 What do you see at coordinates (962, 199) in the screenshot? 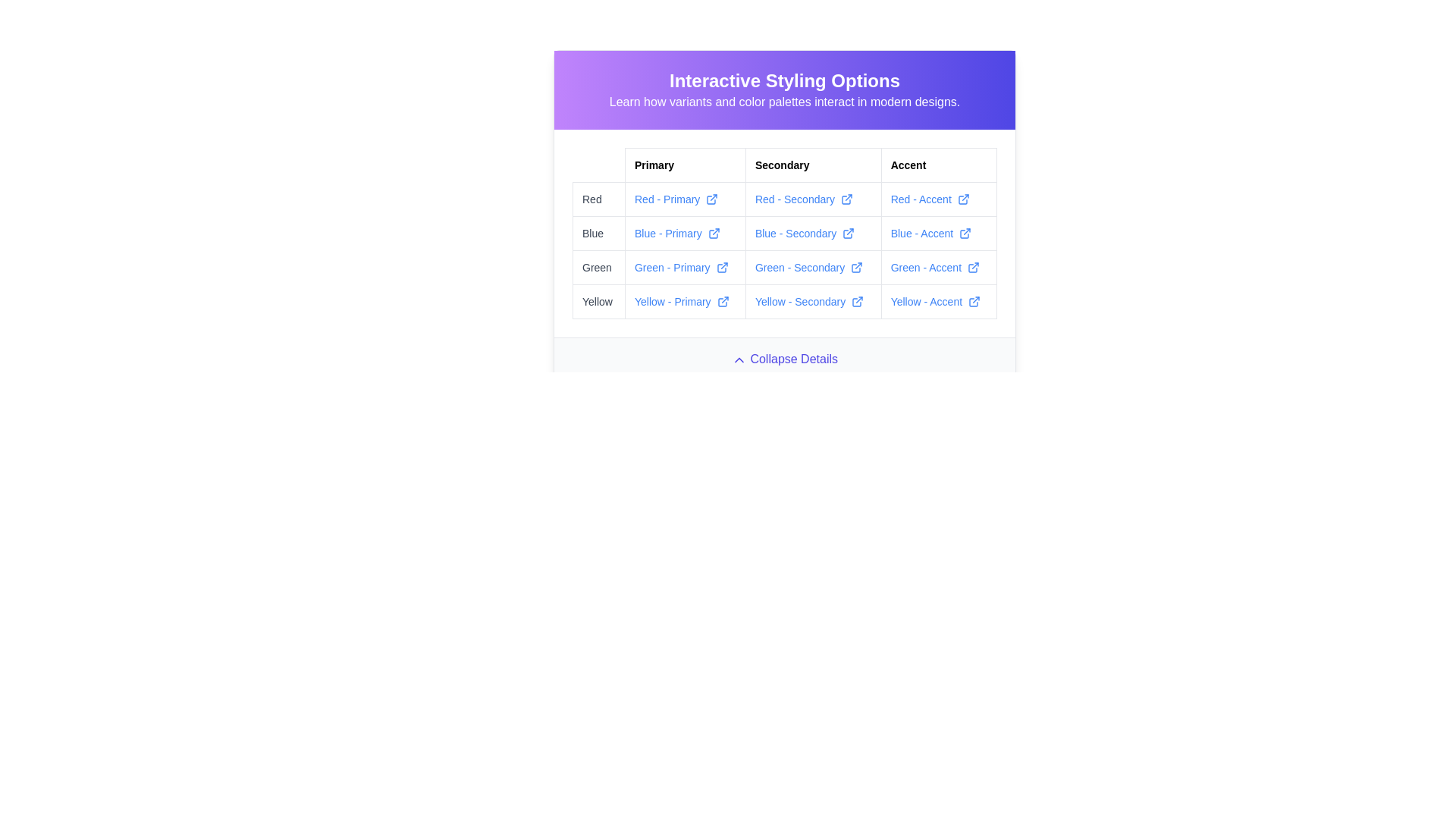
I see `the external link icon, which is a small, minimalistic SVG element located to the right of the 'Red - Accent' text in the Accent column of the table` at bounding box center [962, 199].